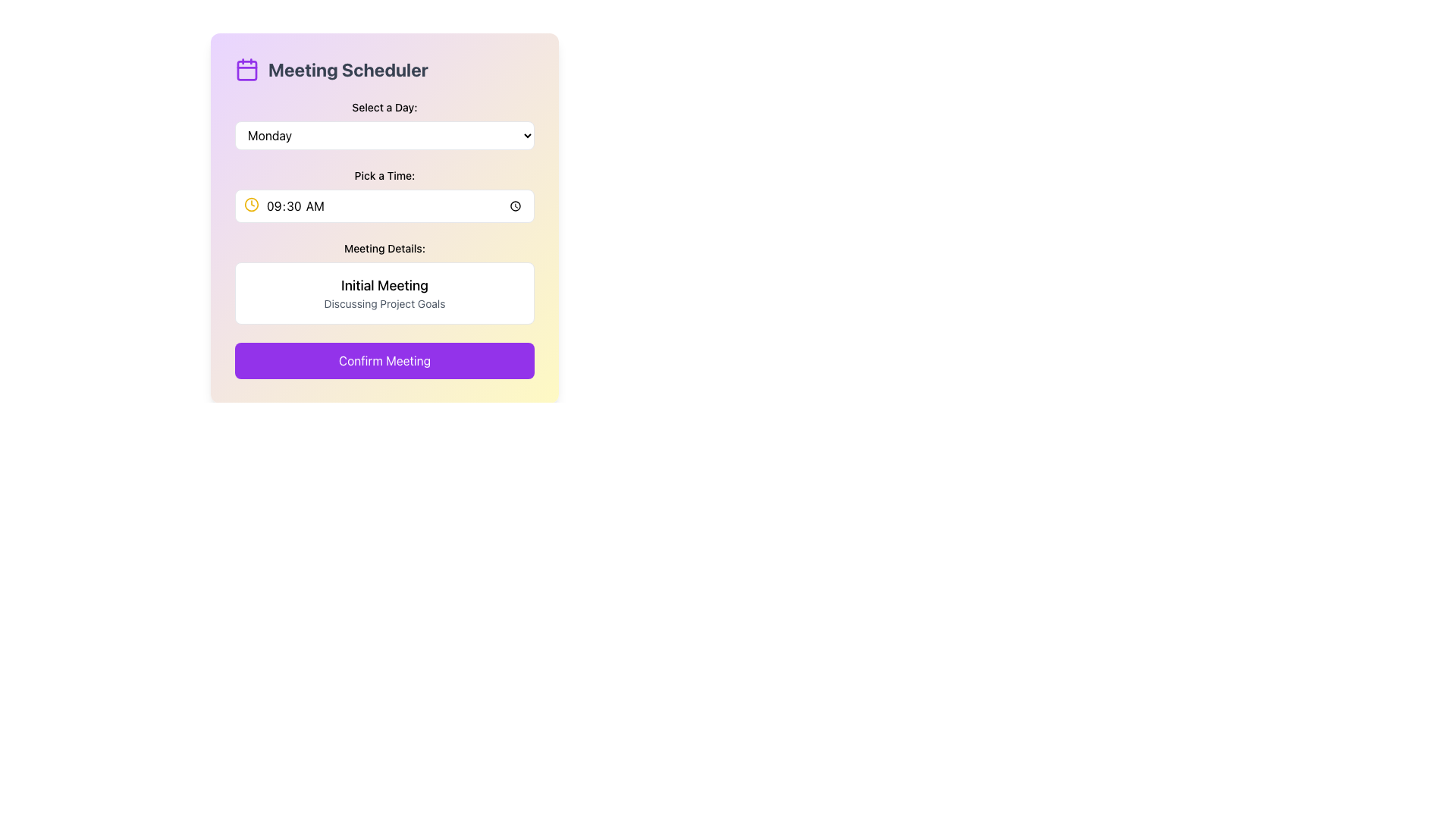 The width and height of the screenshot is (1456, 819). I want to click on the 'Initial Meeting' text display, which serves as the header within the 'Meeting Details' box, so click(384, 286).